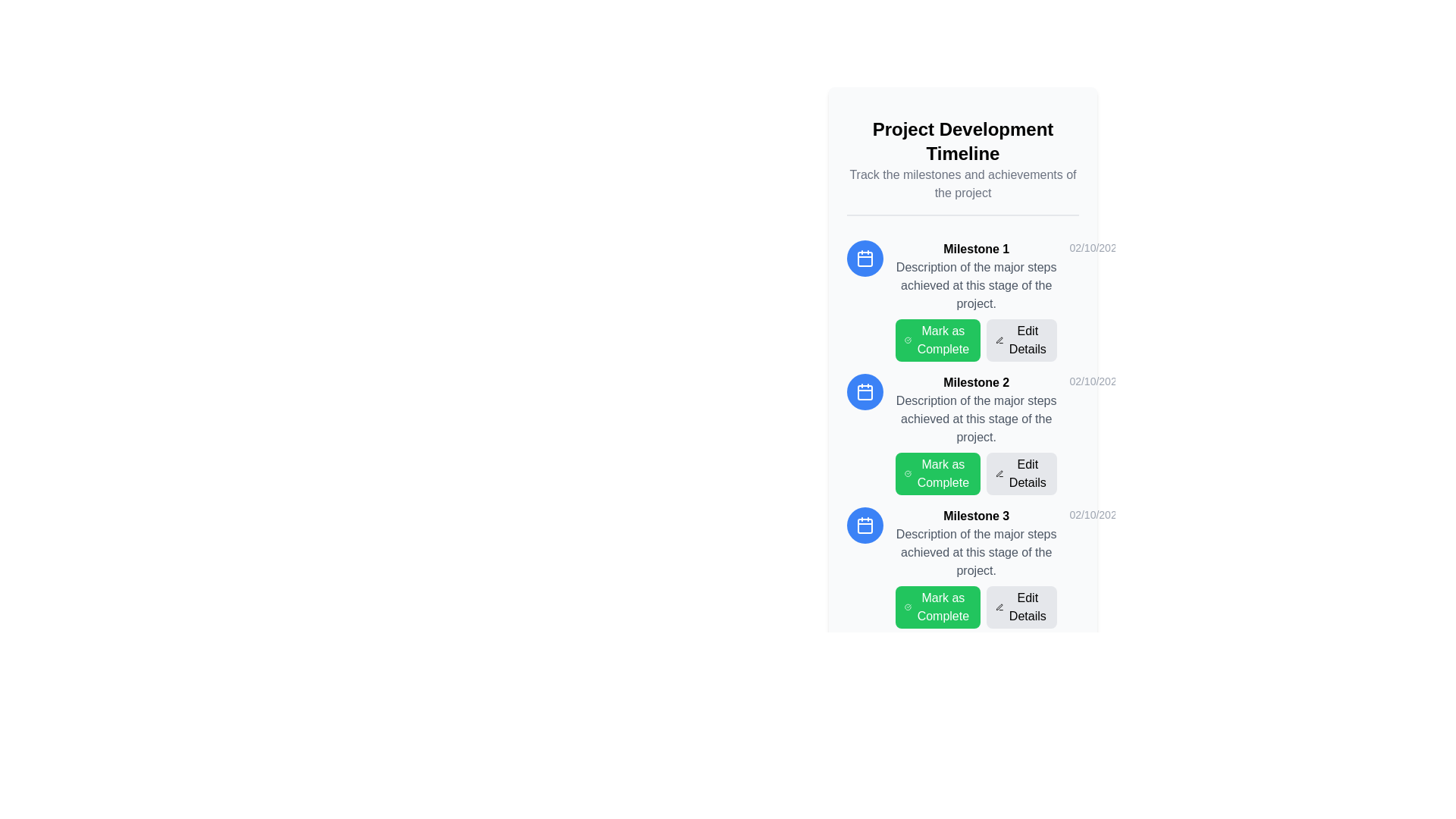 Image resolution: width=1456 pixels, height=819 pixels. What do you see at coordinates (865, 525) in the screenshot?
I see `the circular Icon Button with a blue background and white border containing a calendar icon, located in the top left corner of the milestone block labeled 'Milestone 3'` at bounding box center [865, 525].